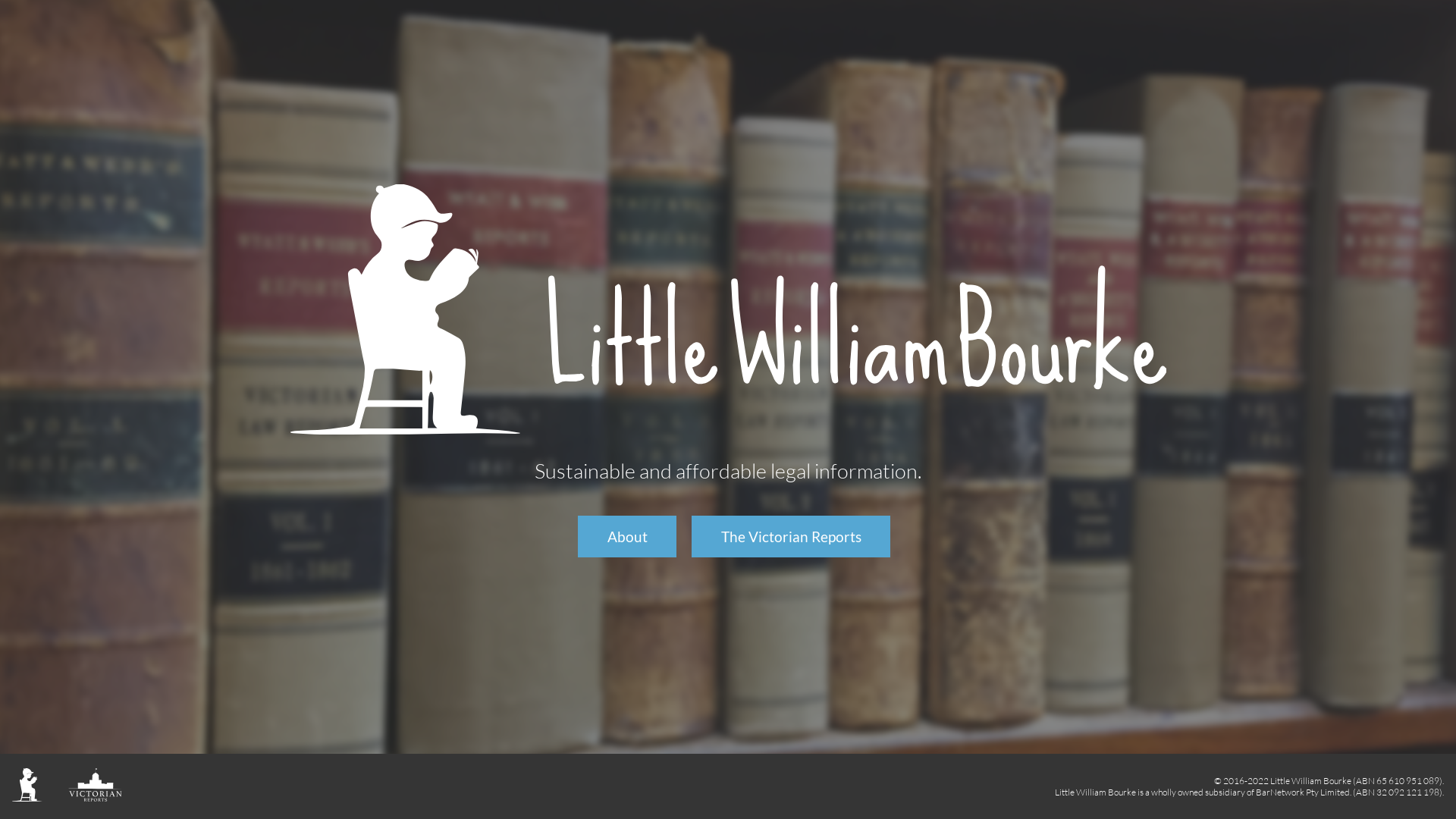  Describe the element at coordinates (691, 536) in the screenshot. I see `'The Victorian Reports'` at that location.